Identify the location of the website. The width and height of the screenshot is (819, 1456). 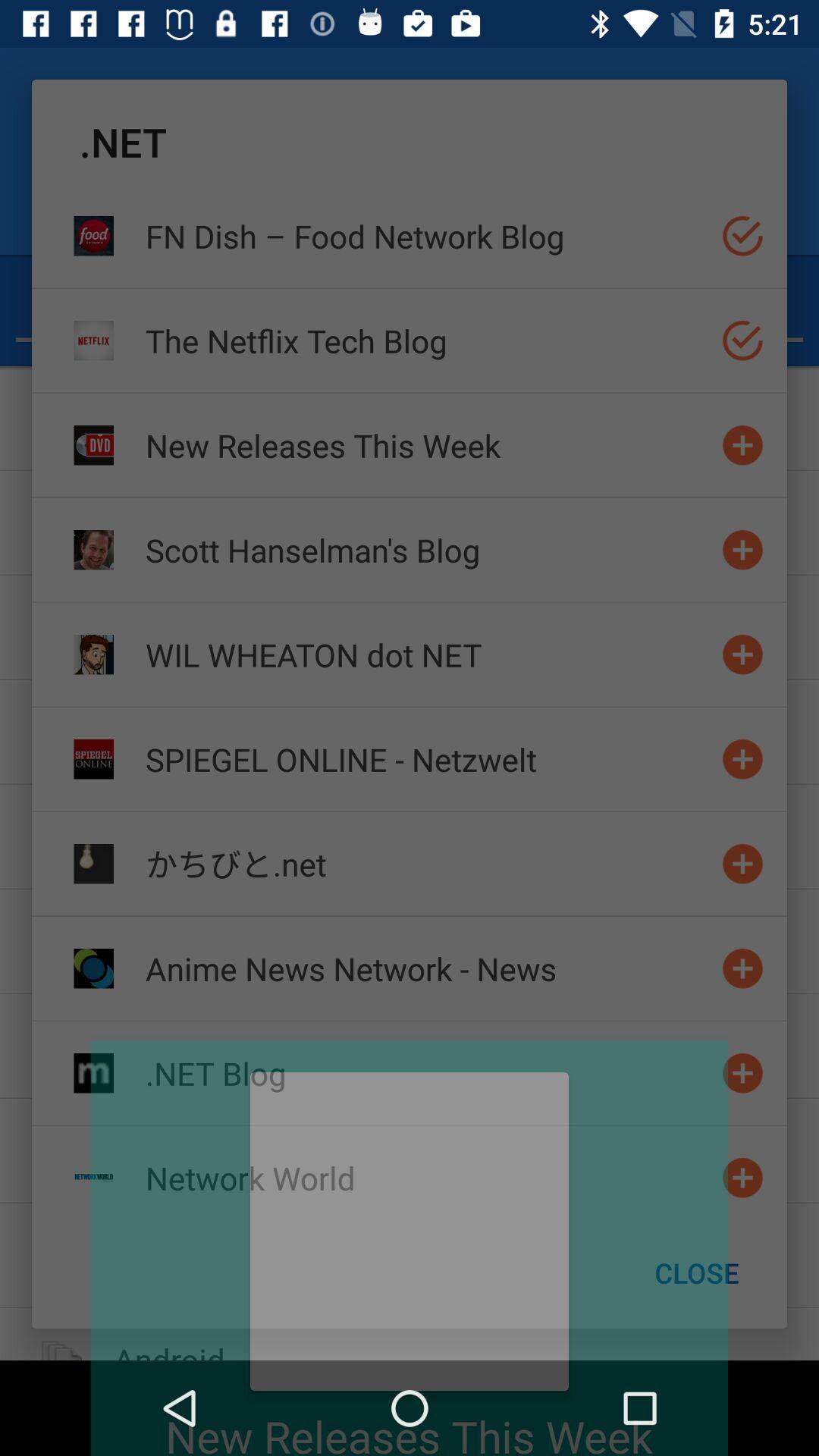
(742, 968).